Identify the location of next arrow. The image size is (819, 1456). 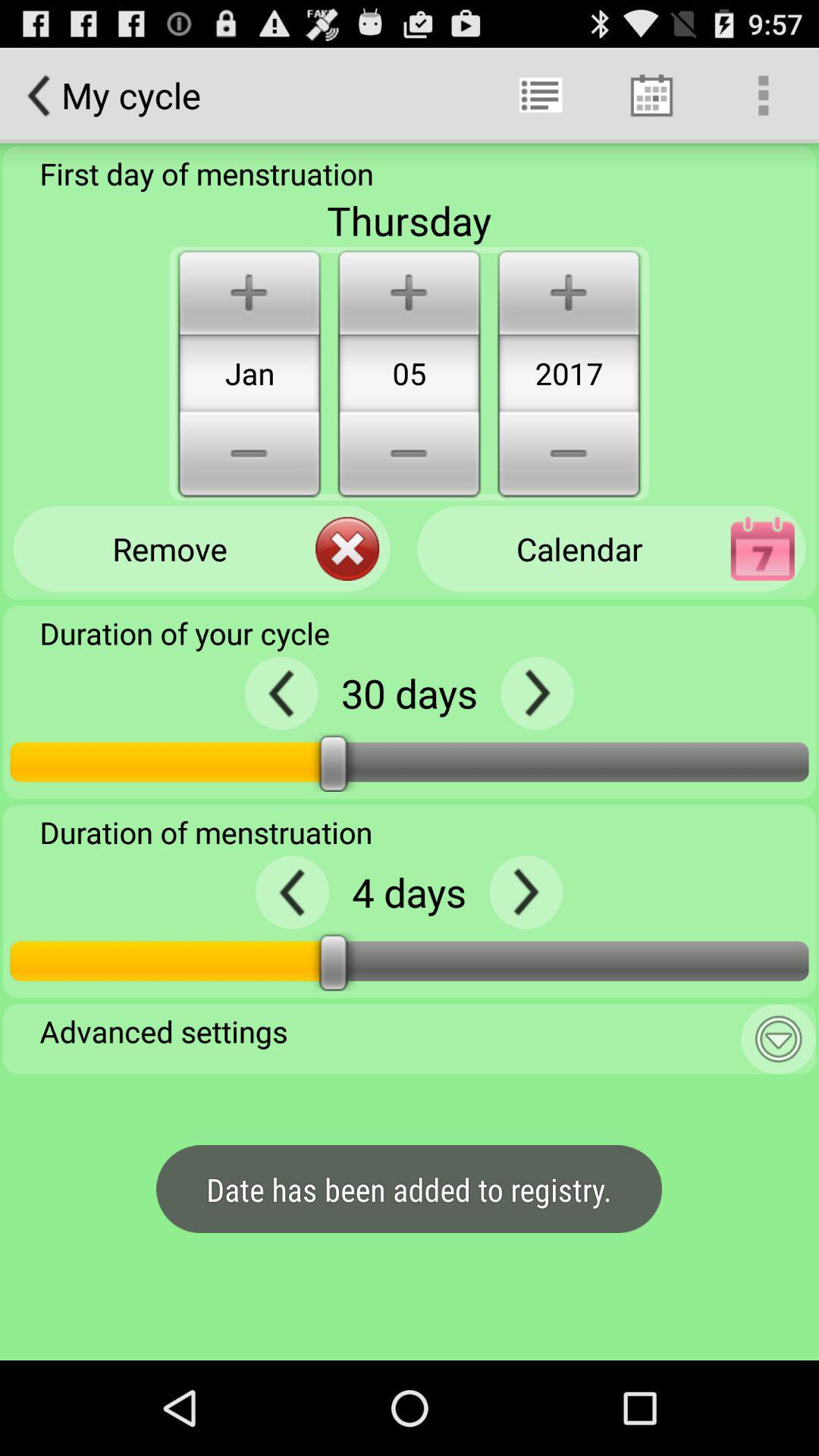
(525, 892).